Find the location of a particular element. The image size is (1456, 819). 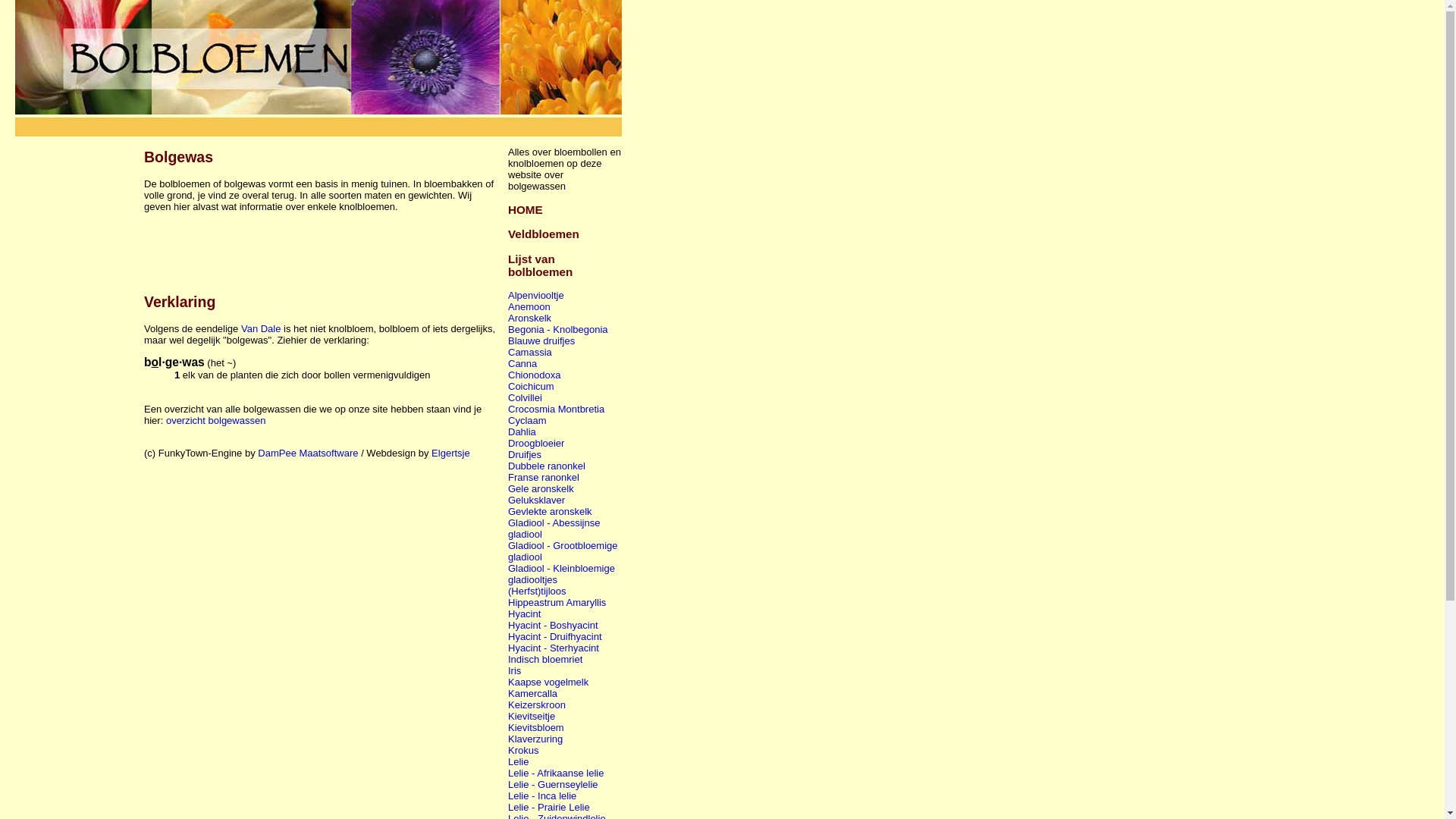

'Kievitsbloem' is located at coordinates (508, 726).